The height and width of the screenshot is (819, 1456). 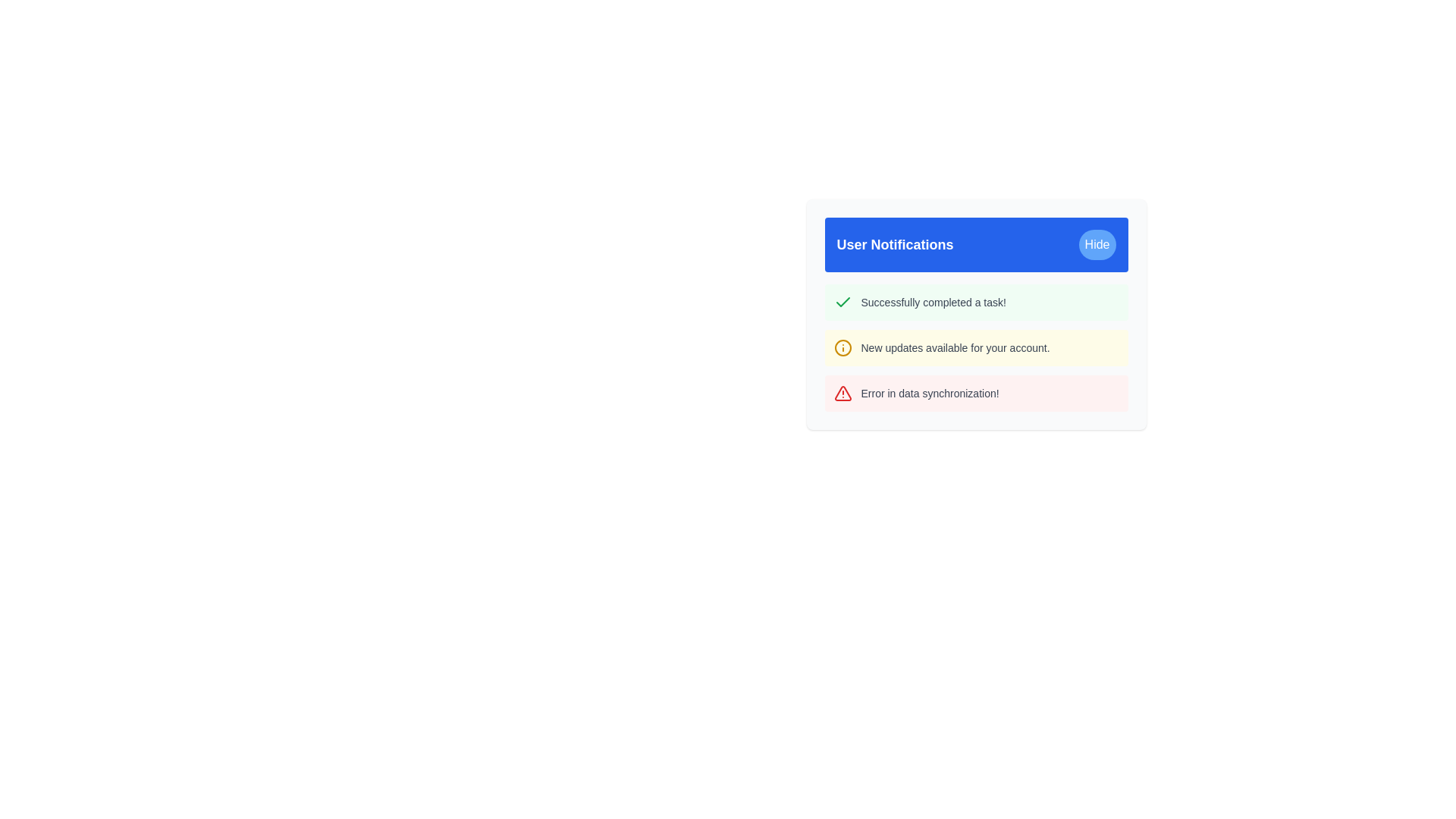 What do you see at coordinates (842, 302) in the screenshot?
I see `the green checkmark icon in the notifications modal indicating successful completion, located adjacent to the 'Successfully completed a task!' text` at bounding box center [842, 302].